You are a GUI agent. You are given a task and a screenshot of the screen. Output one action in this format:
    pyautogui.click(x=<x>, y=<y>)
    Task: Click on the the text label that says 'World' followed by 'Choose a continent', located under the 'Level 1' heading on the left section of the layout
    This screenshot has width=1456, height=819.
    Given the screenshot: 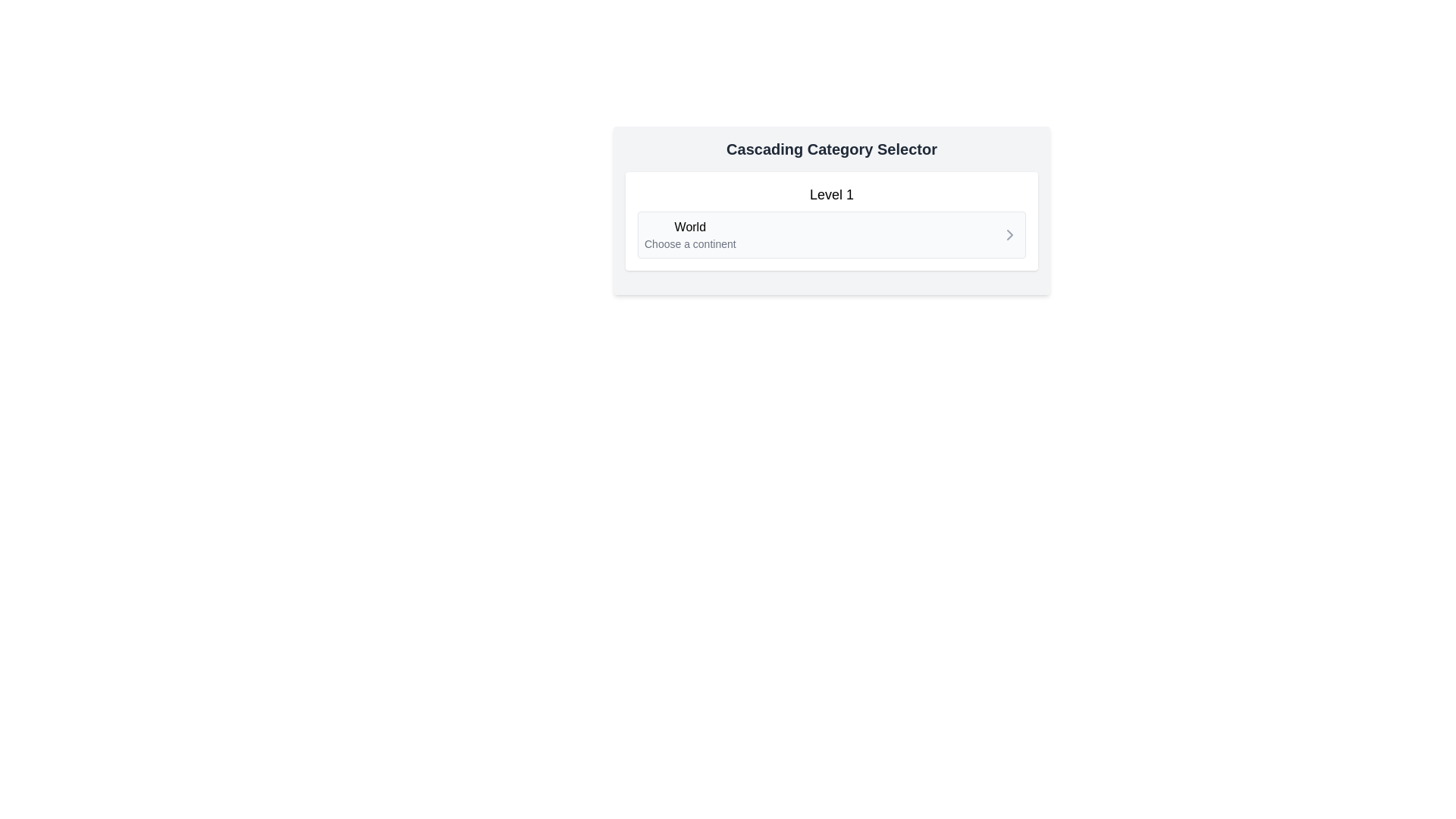 What is the action you would take?
    pyautogui.click(x=689, y=234)
    